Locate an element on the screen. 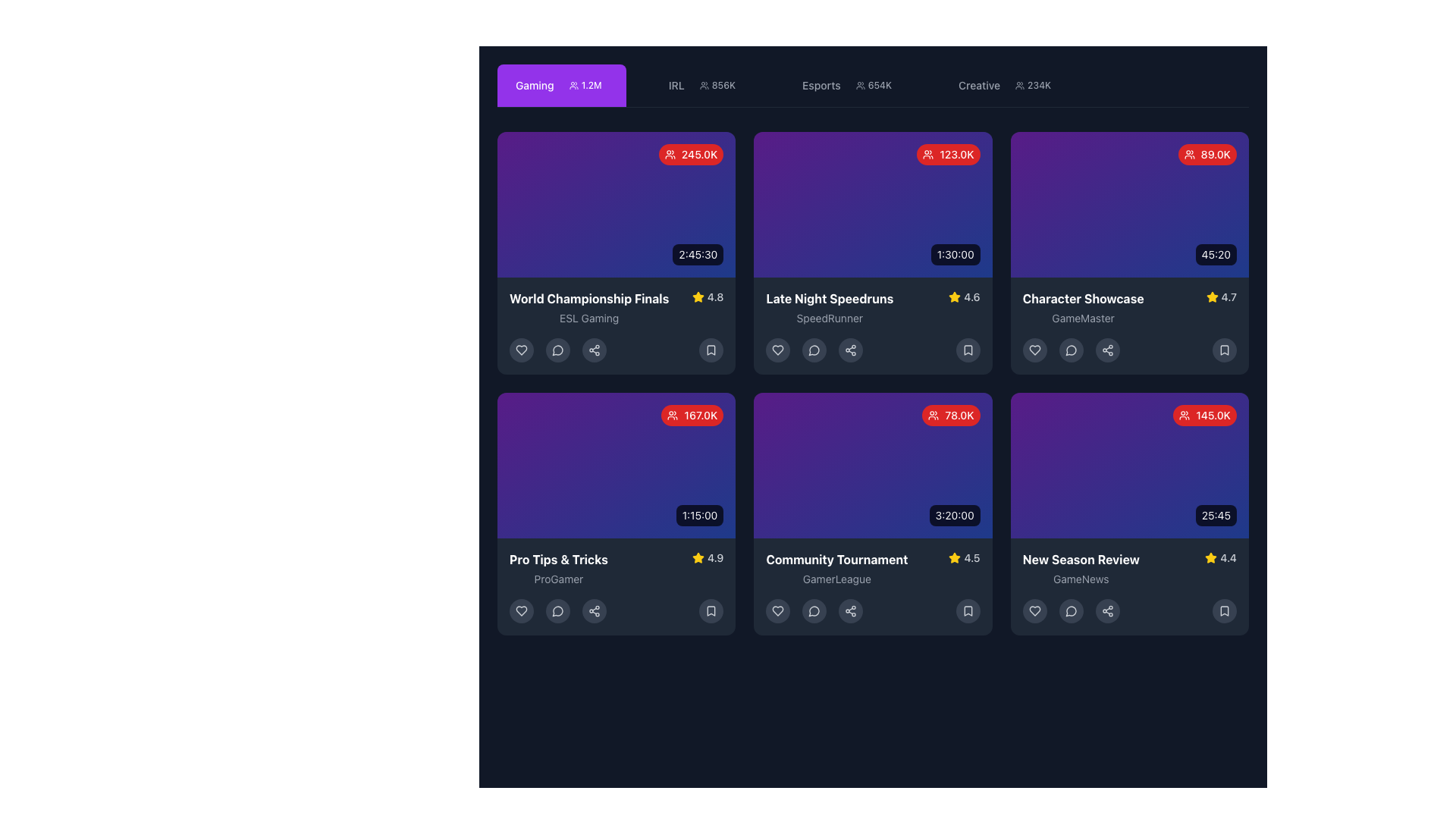 This screenshot has width=1456, height=819. the text label displaying the time indication '25:45' located in the bottom-right corner of the video card is located at coordinates (1216, 514).